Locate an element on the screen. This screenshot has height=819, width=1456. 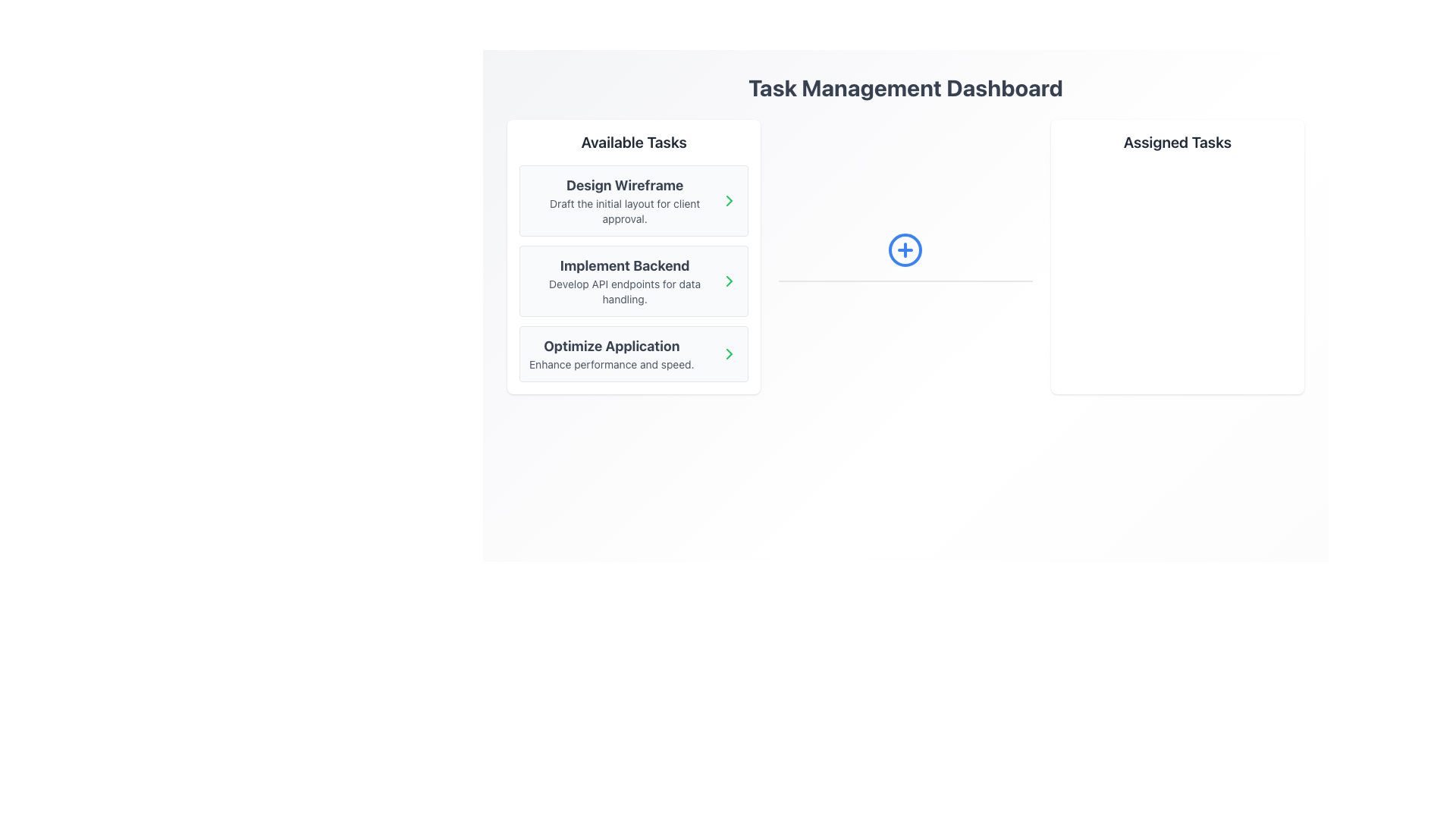
the informational text located beneath 'Optimize Application' in the last task card of the 'Available Tasks' section is located at coordinates (611, 365).